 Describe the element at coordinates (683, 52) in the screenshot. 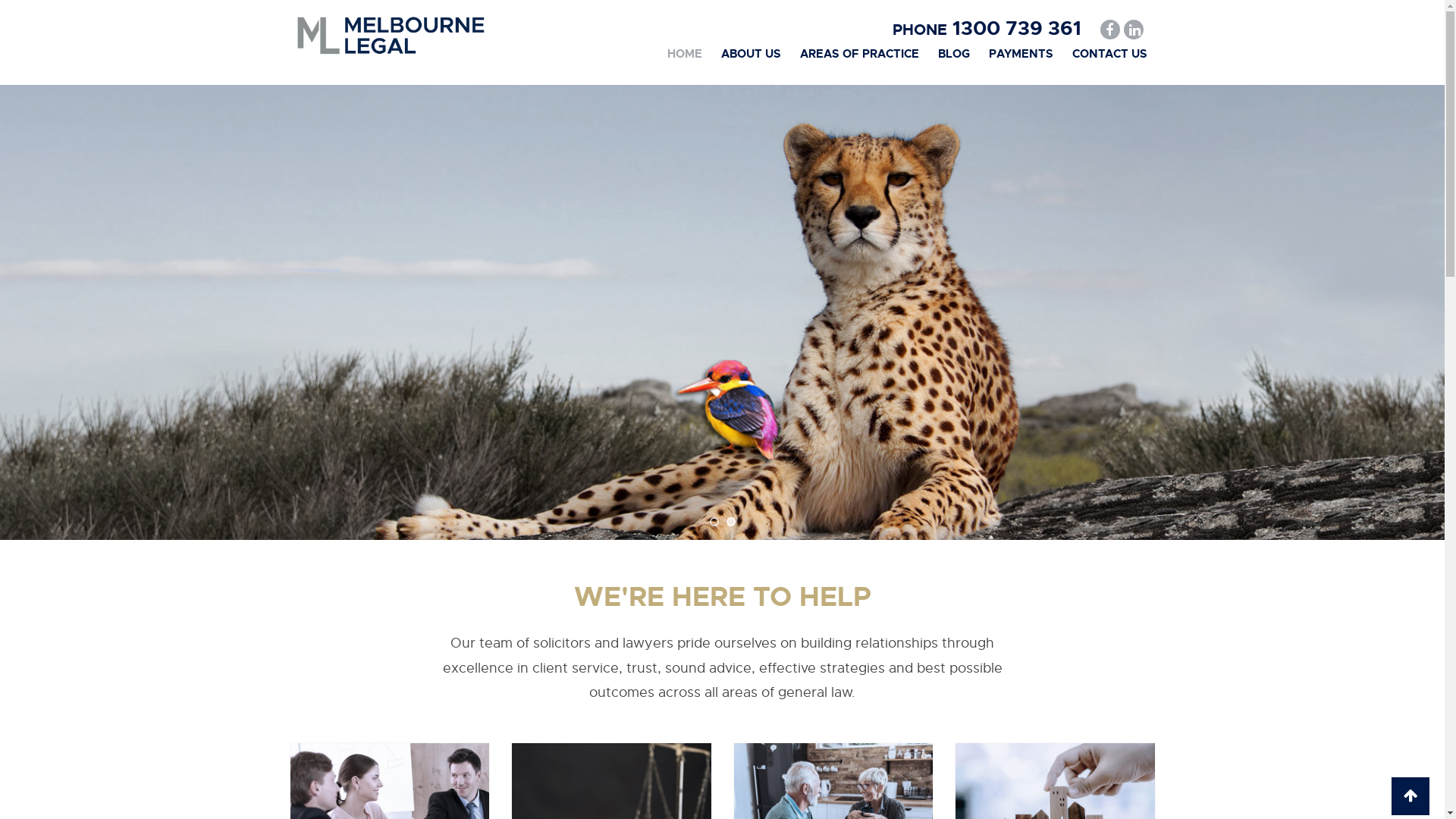

I see `'HOME'` at that location.